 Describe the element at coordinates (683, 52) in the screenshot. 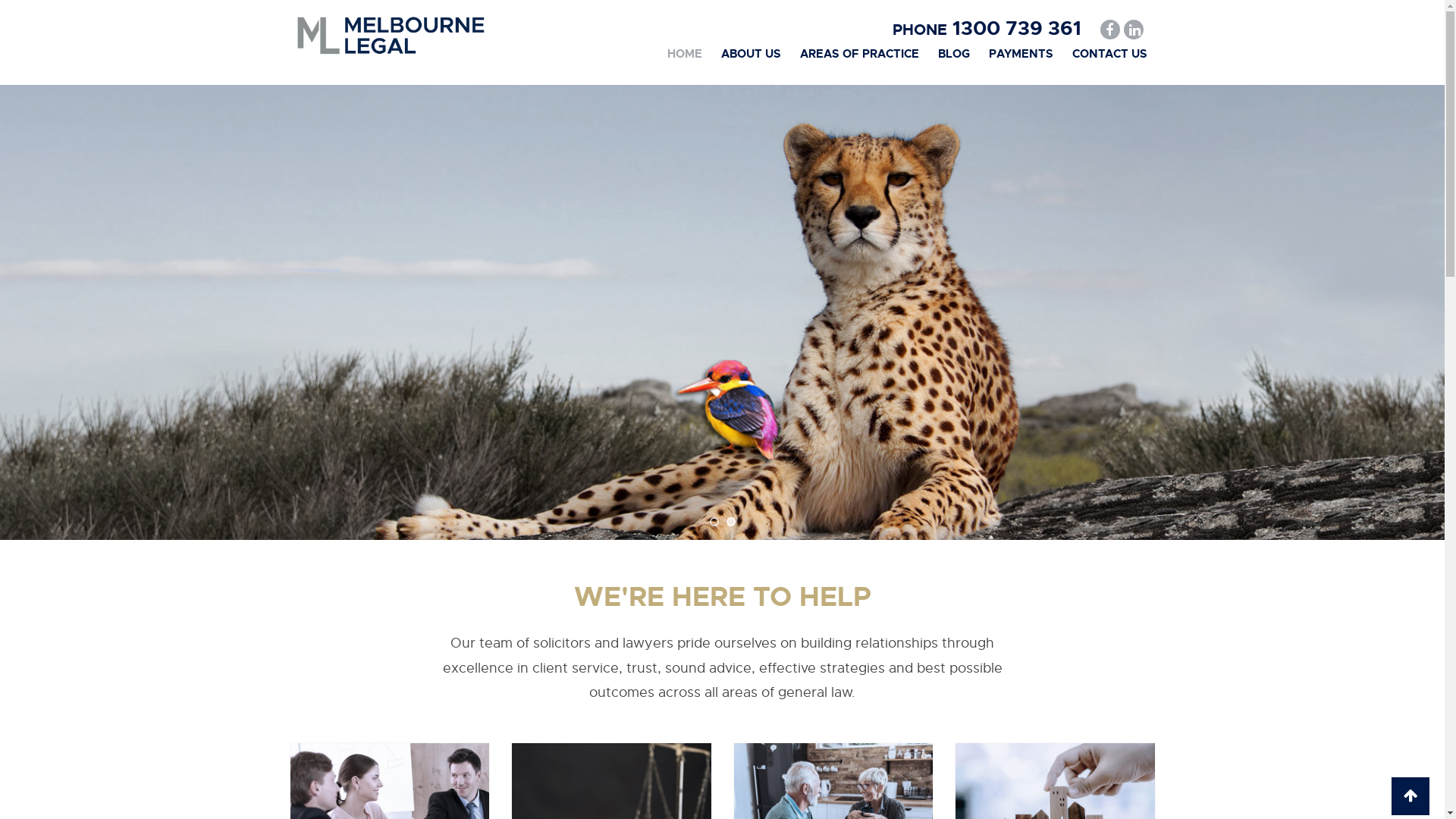

I see `'HOME'` at that location.